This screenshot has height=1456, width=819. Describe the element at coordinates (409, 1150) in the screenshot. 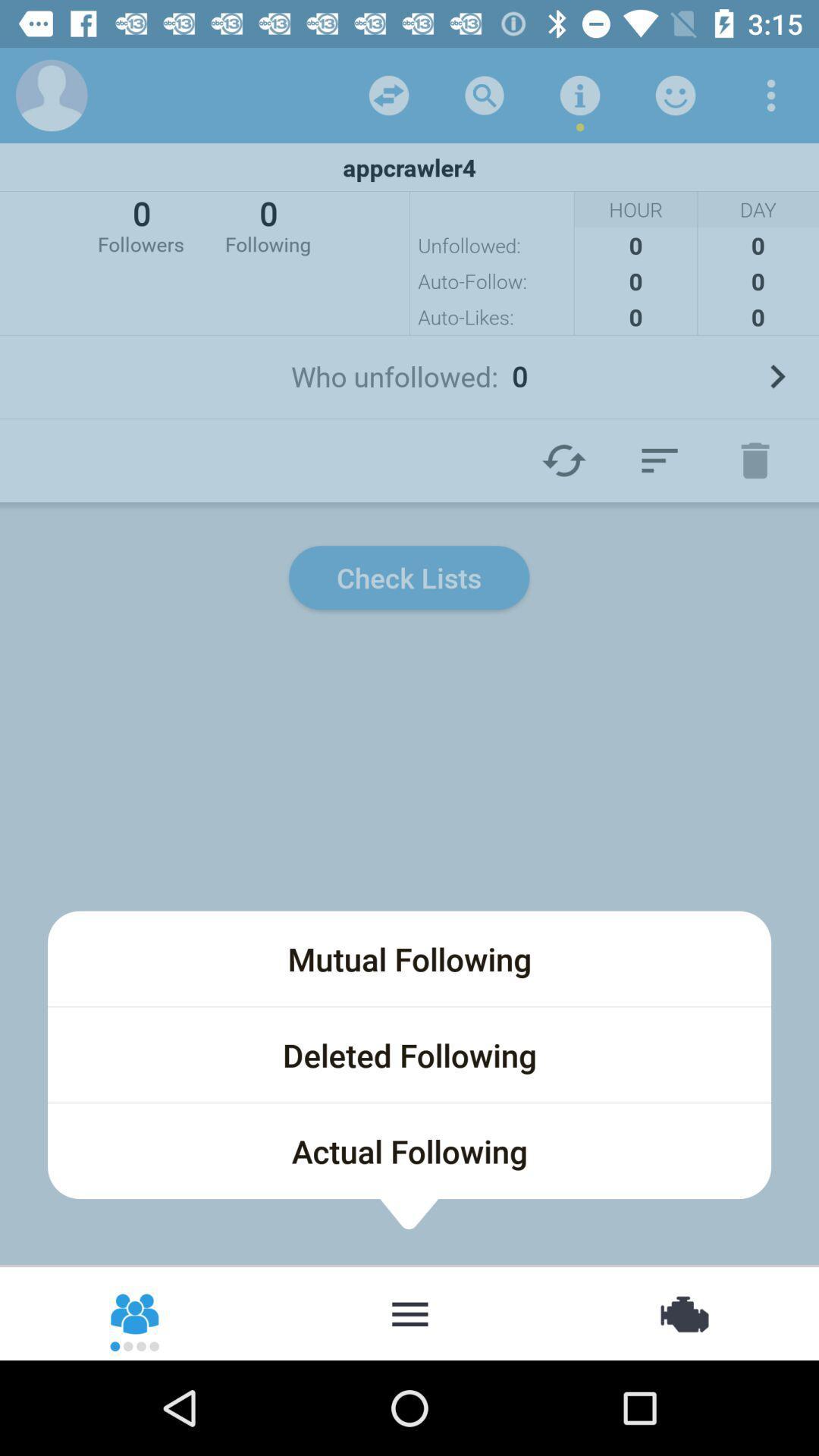

I see `icon below the deleted following` at that location.